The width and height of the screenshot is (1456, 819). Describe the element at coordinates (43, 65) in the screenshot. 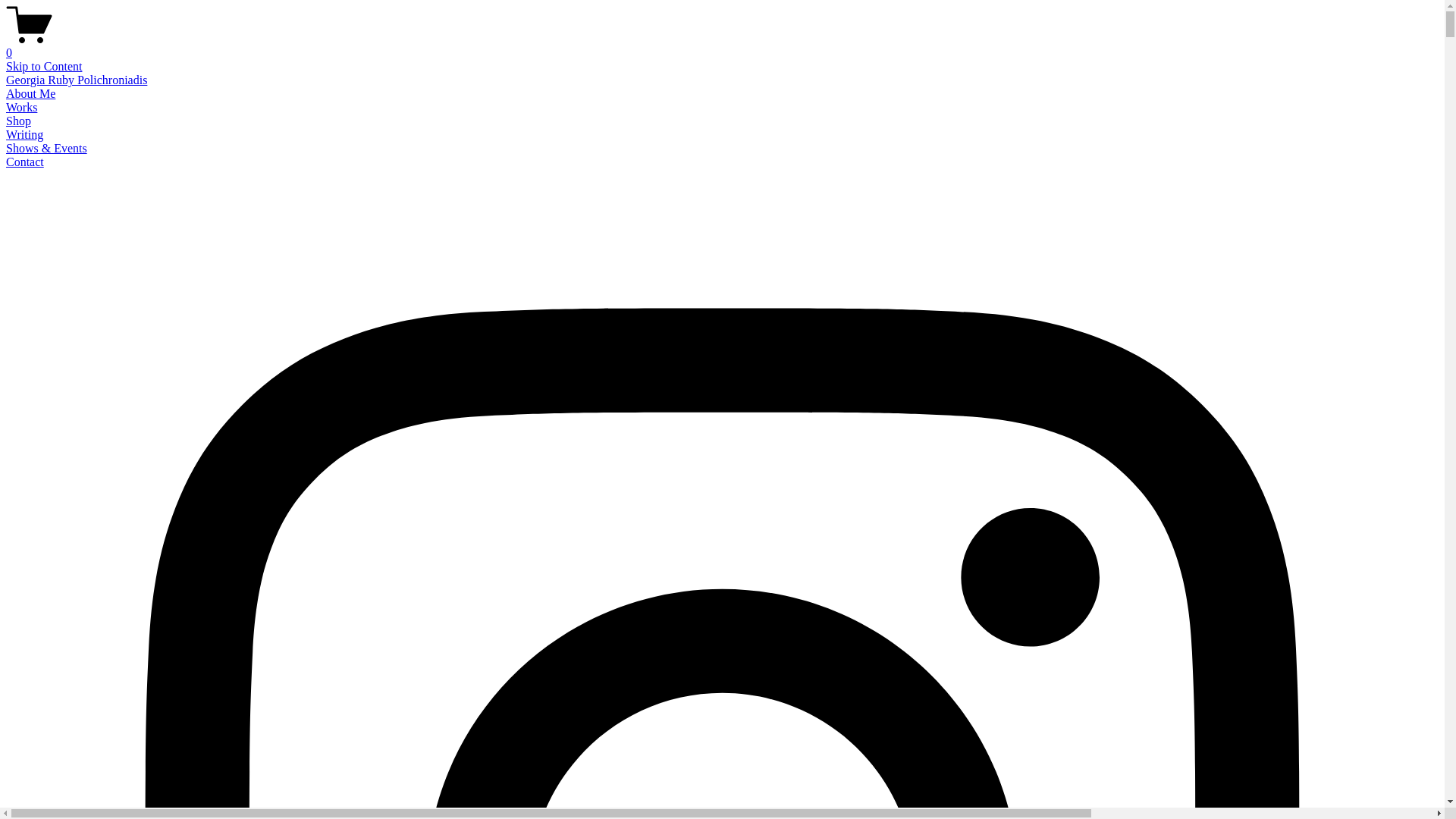

I see `'Skip to Content'` at that location.